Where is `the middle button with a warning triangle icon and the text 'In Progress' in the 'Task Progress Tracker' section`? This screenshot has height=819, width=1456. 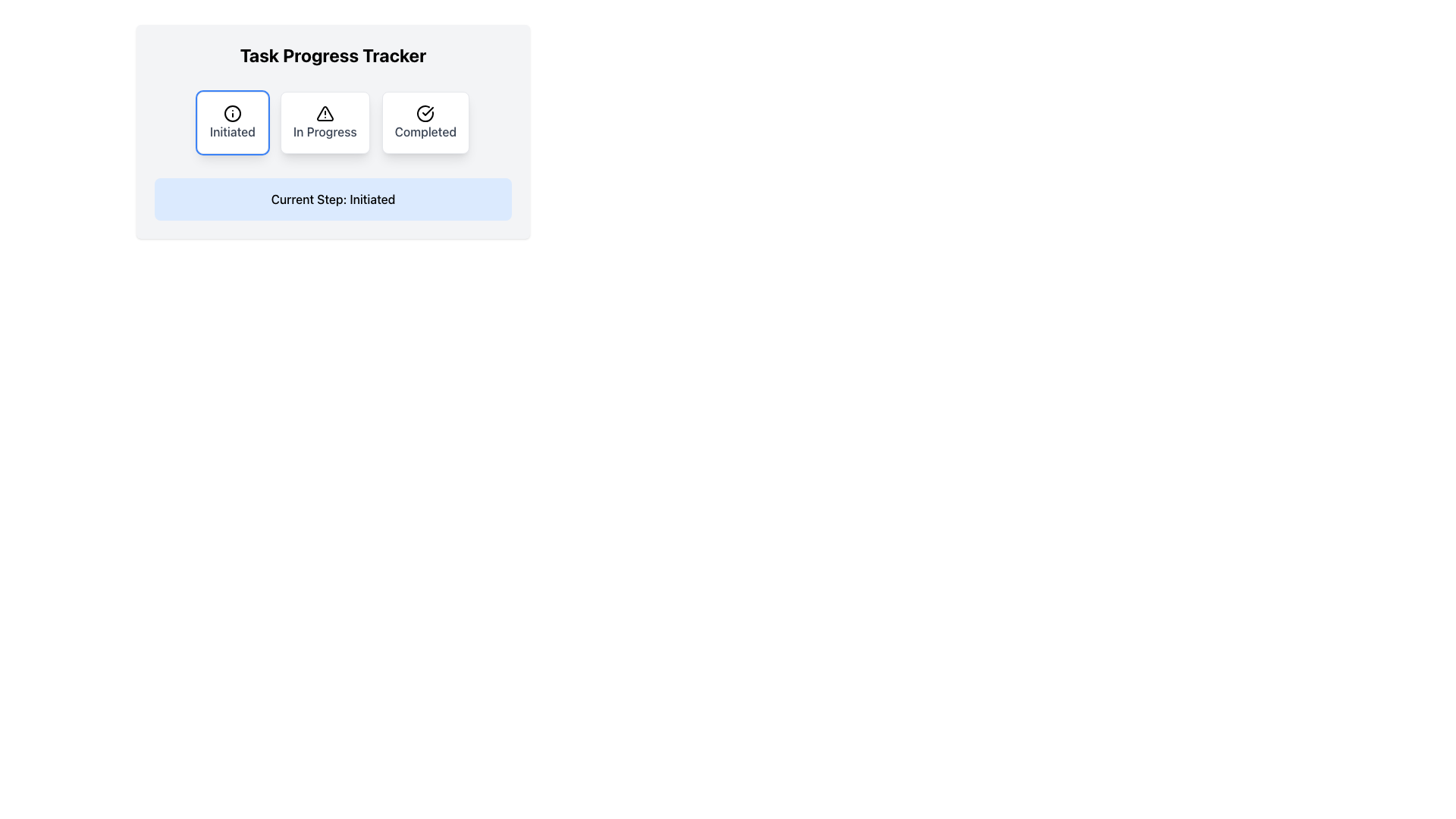 the middle button with a warning triangle icon and the text 'In Progress' in the 'Task Progress Tracker' section is located at coordinates (324, 122).